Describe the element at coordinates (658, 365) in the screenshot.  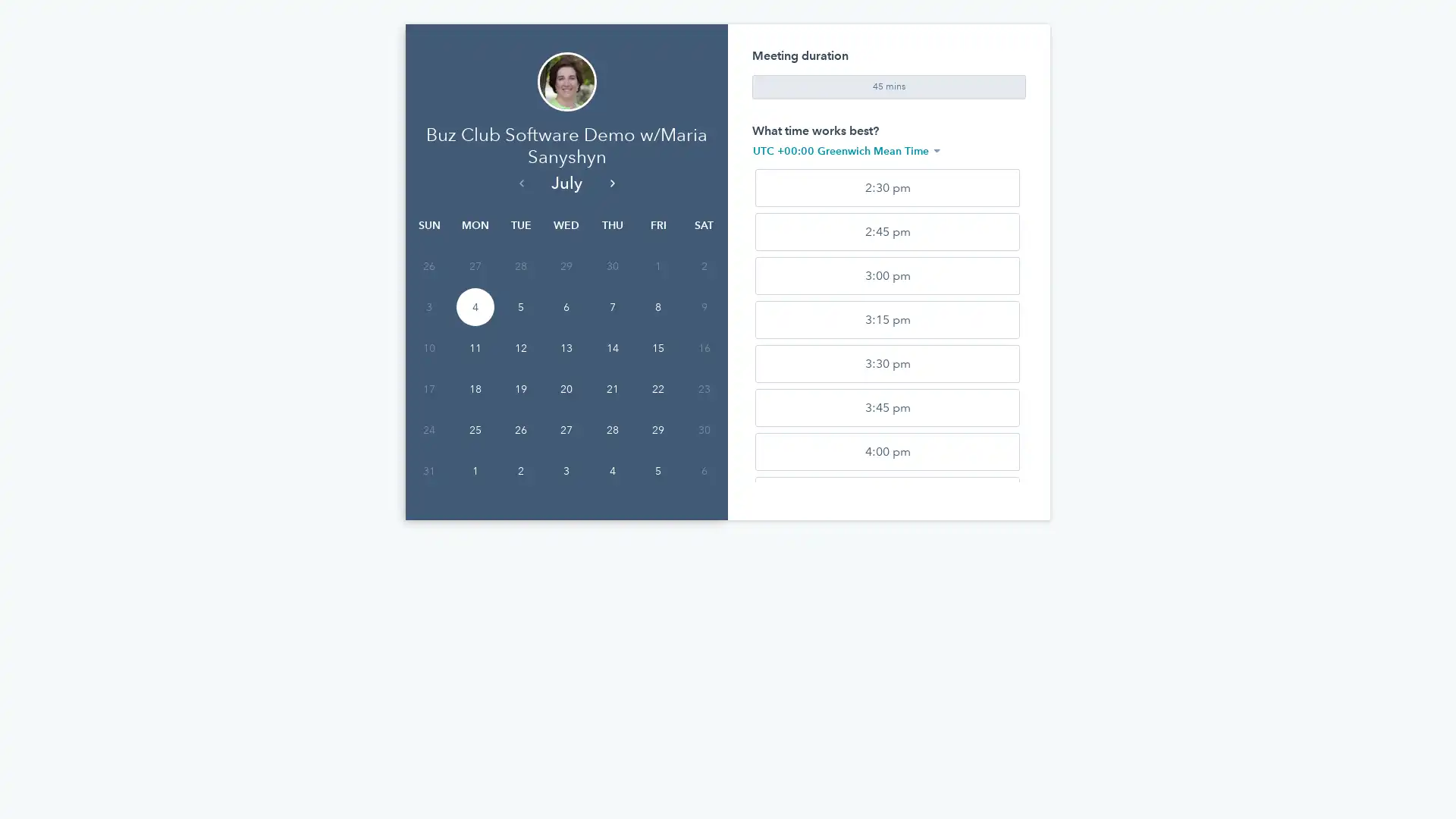
I see `July 8th` at that location.